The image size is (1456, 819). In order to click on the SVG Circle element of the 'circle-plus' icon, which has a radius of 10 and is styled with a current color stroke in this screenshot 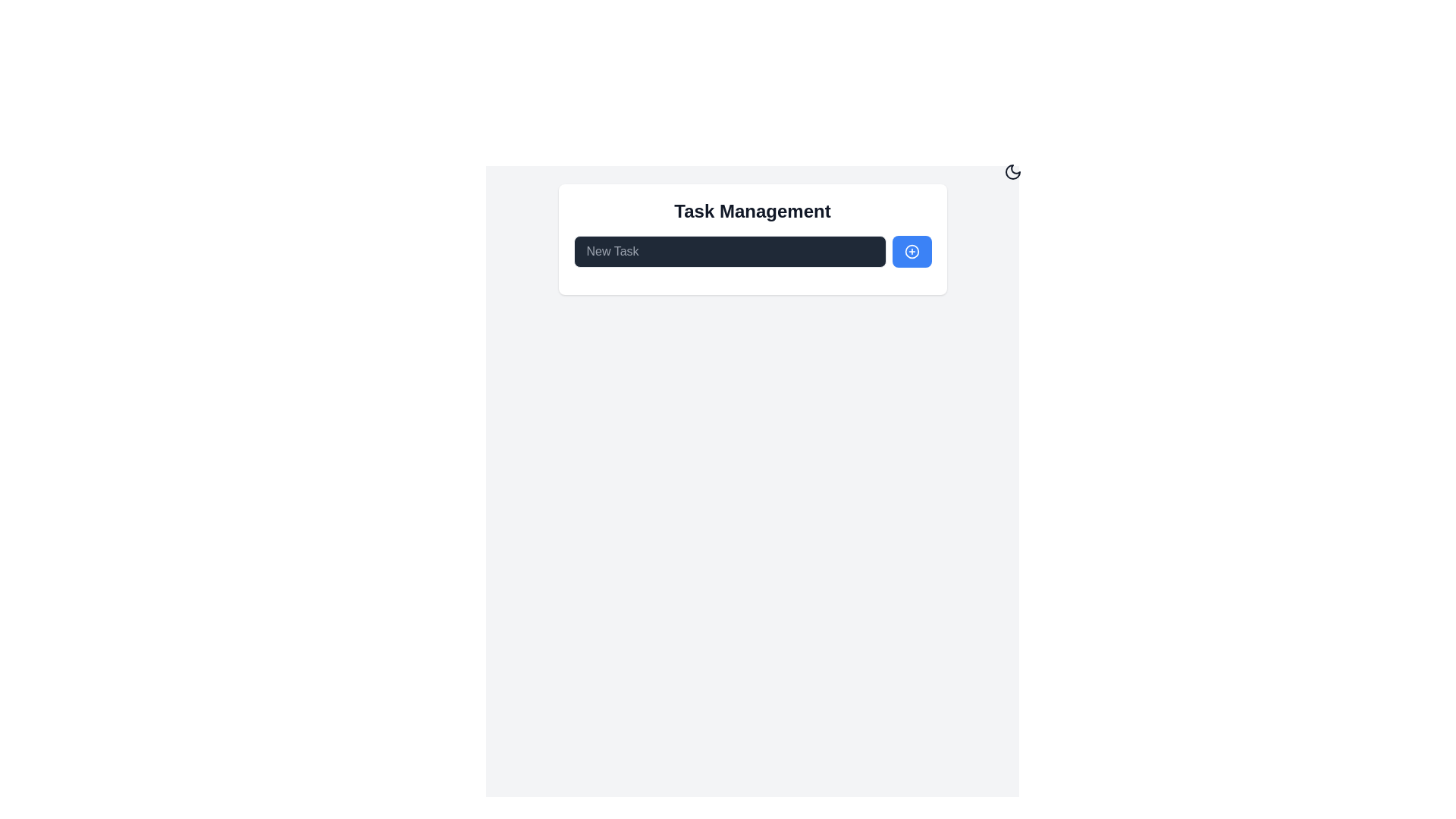, I will do `click(911, 250)`.